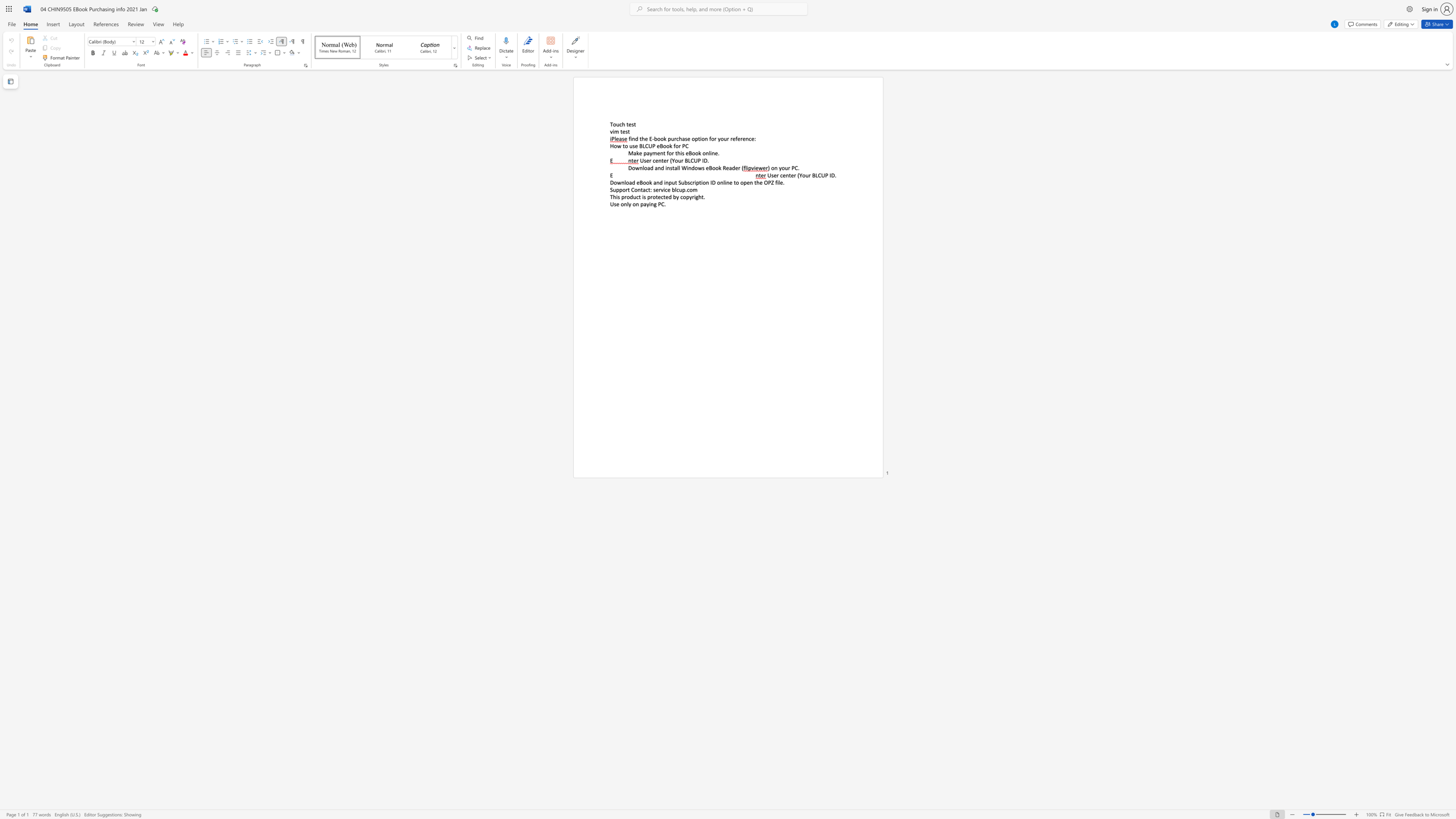 The width and height of the screenshot is (1456, 819). What do you see at coordinates (710, 138) in the screenshot?
I see `the subset text "or your refer" within the text "for your reference:"` at bounding box center [710, 138].